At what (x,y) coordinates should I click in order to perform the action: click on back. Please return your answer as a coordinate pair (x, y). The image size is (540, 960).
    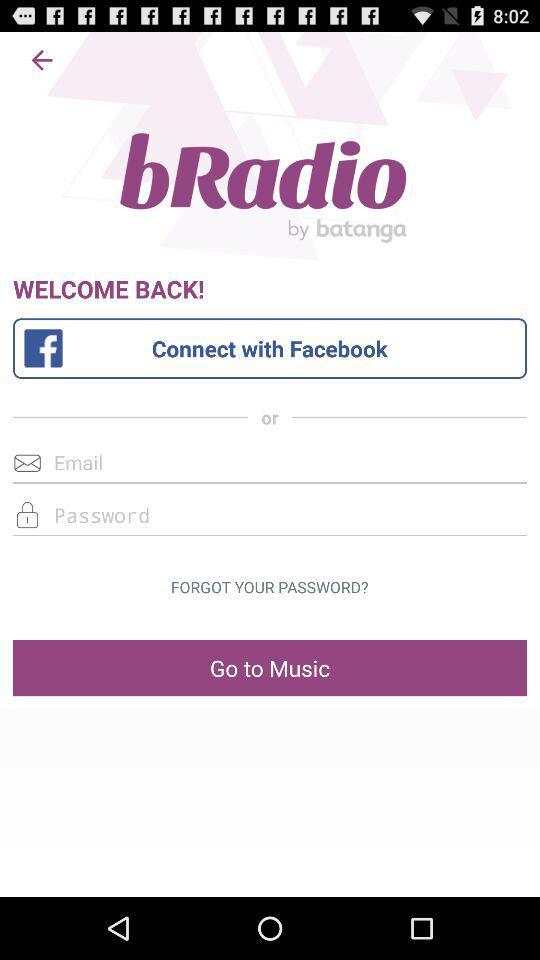
    Looking at the image, I should click on (42, 59).